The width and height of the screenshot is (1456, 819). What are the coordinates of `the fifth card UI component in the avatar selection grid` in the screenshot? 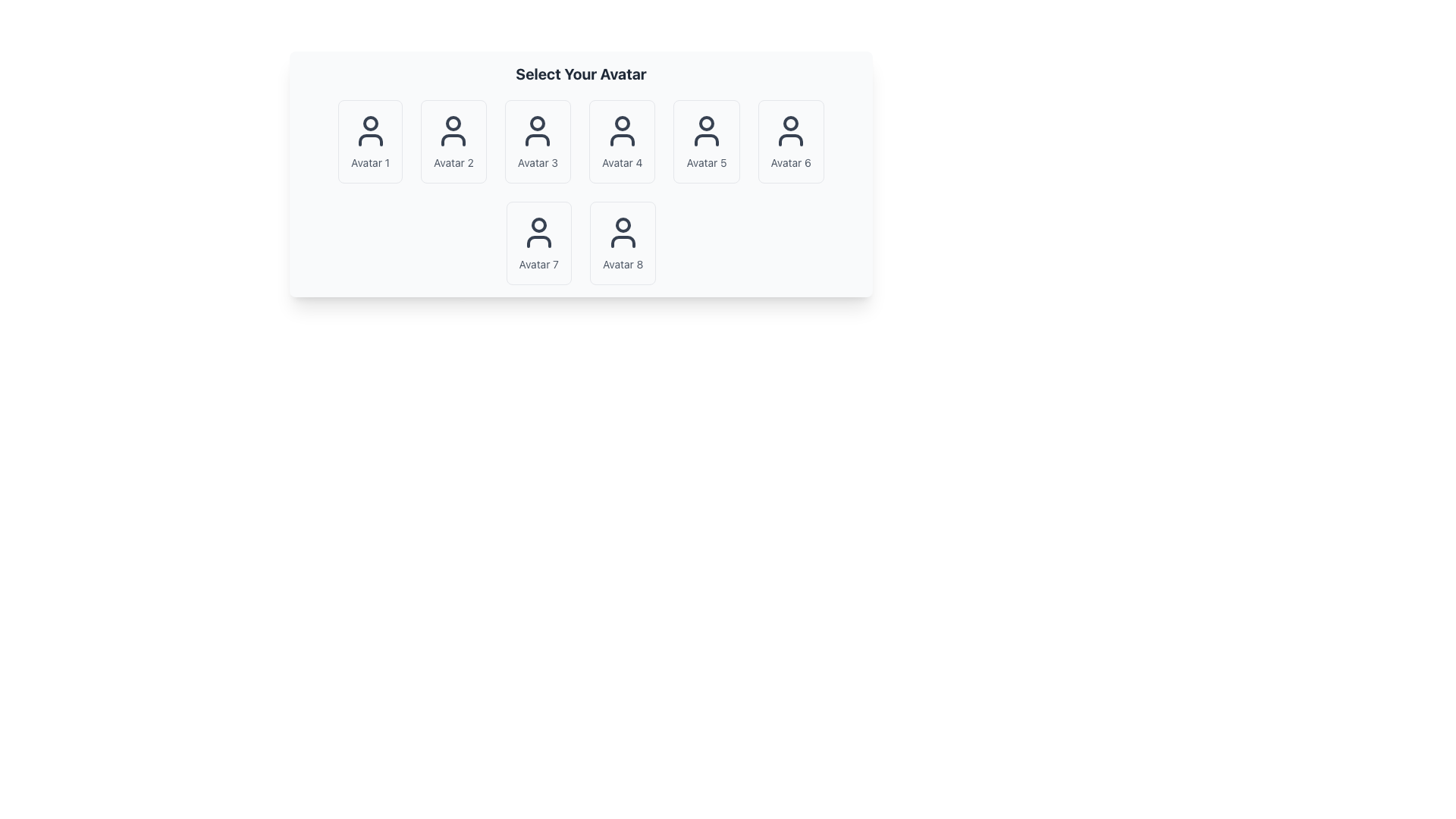 It's located at (705, 141).